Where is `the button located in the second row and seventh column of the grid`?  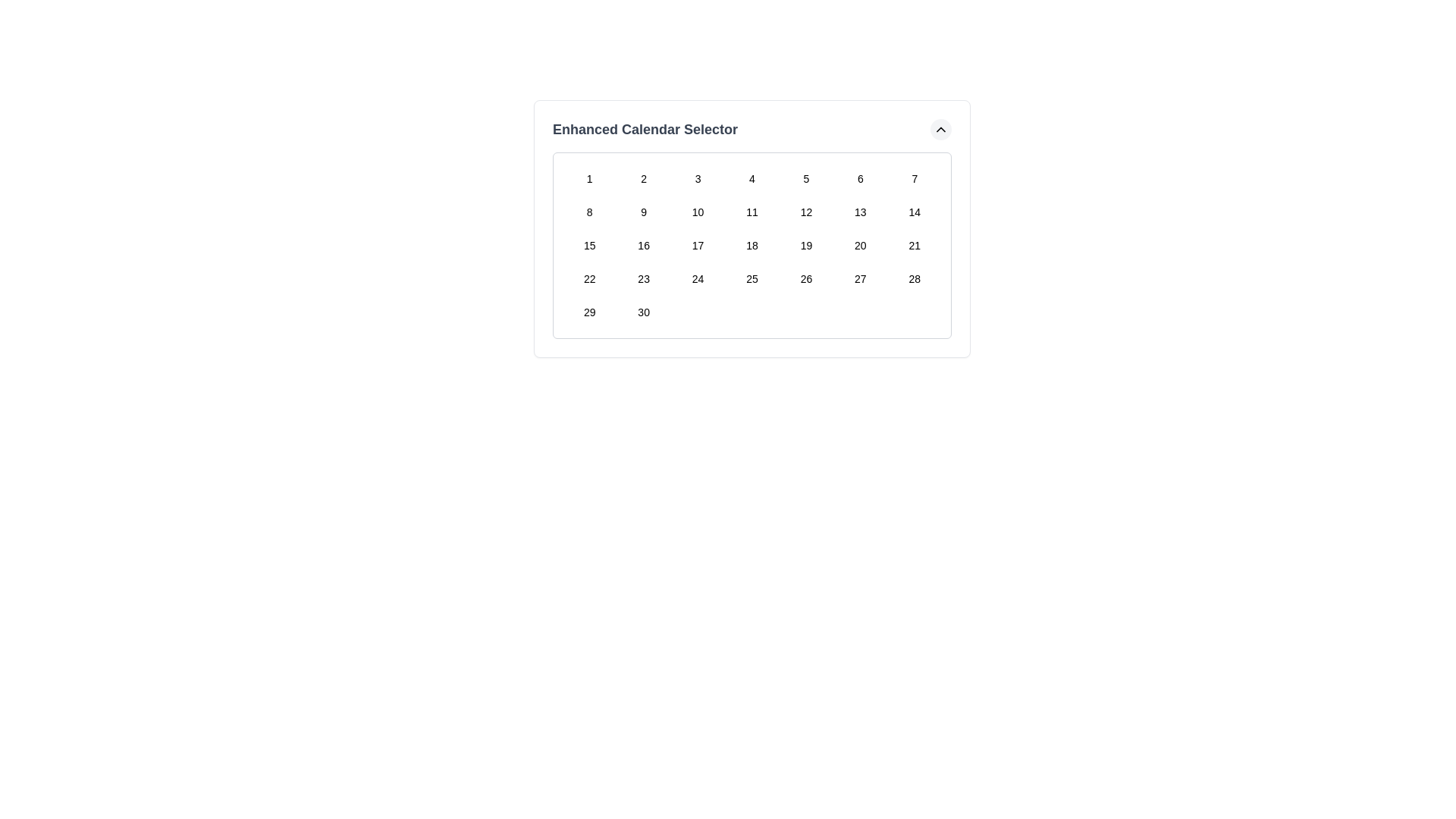
the button located in the second row and seventh column of the grid is located at coordinates (914, 212).